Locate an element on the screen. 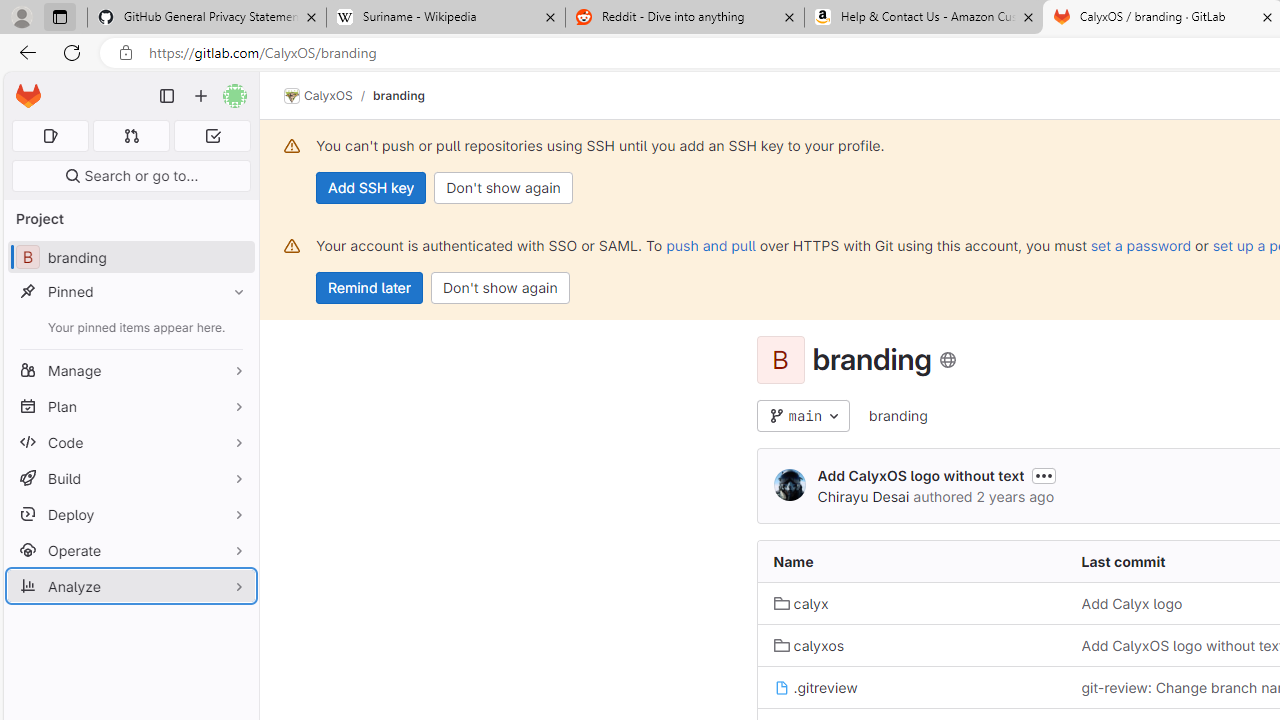  'branding' is located at coordinates (897, 415).